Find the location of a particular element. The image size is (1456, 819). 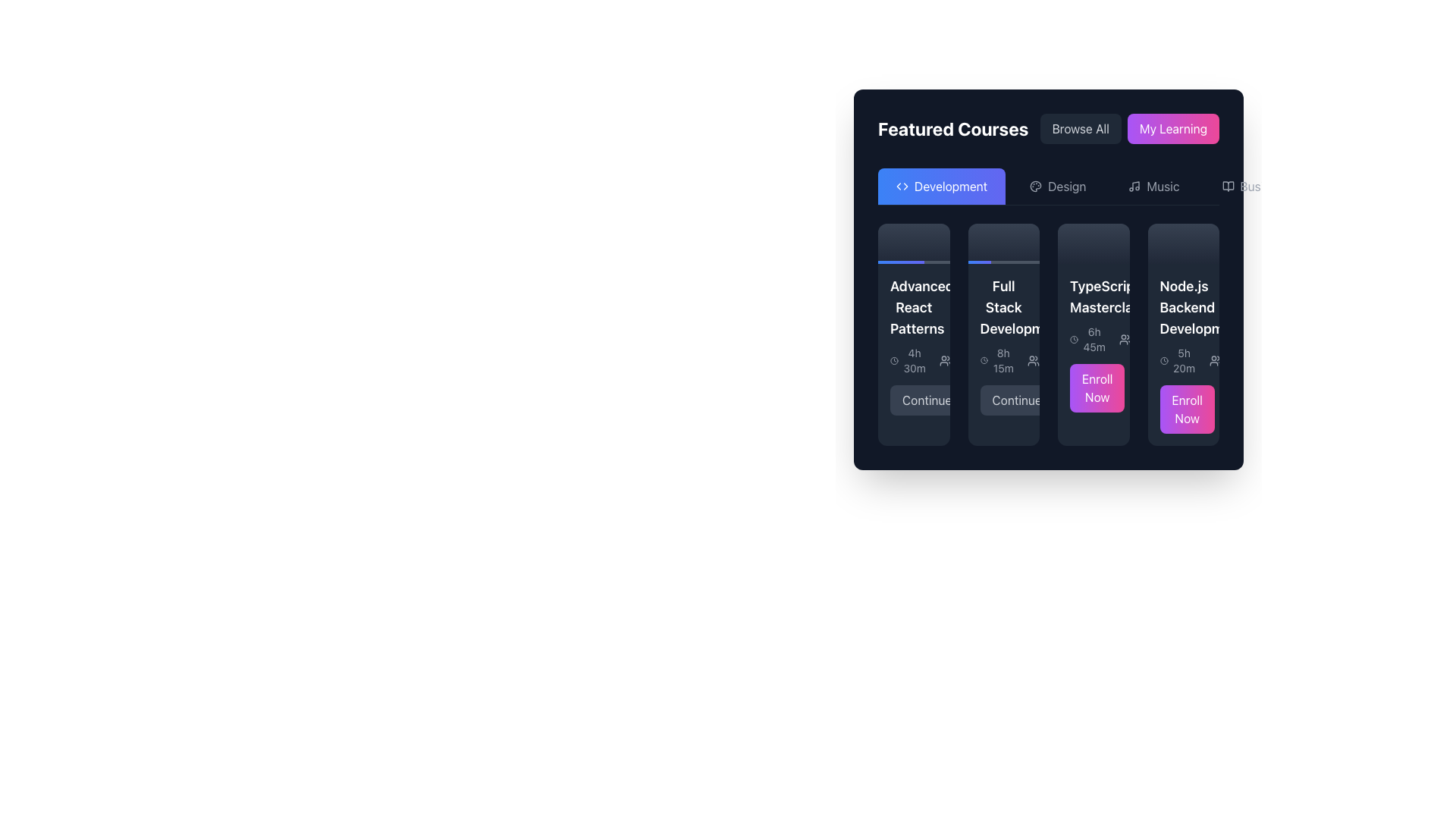

the star-shaped icon used for rating in the 'Featured Courses' section of the 'Node.js Backend Development' card, positioned centrally above the rating count text is located at coordinates (1178, 338).